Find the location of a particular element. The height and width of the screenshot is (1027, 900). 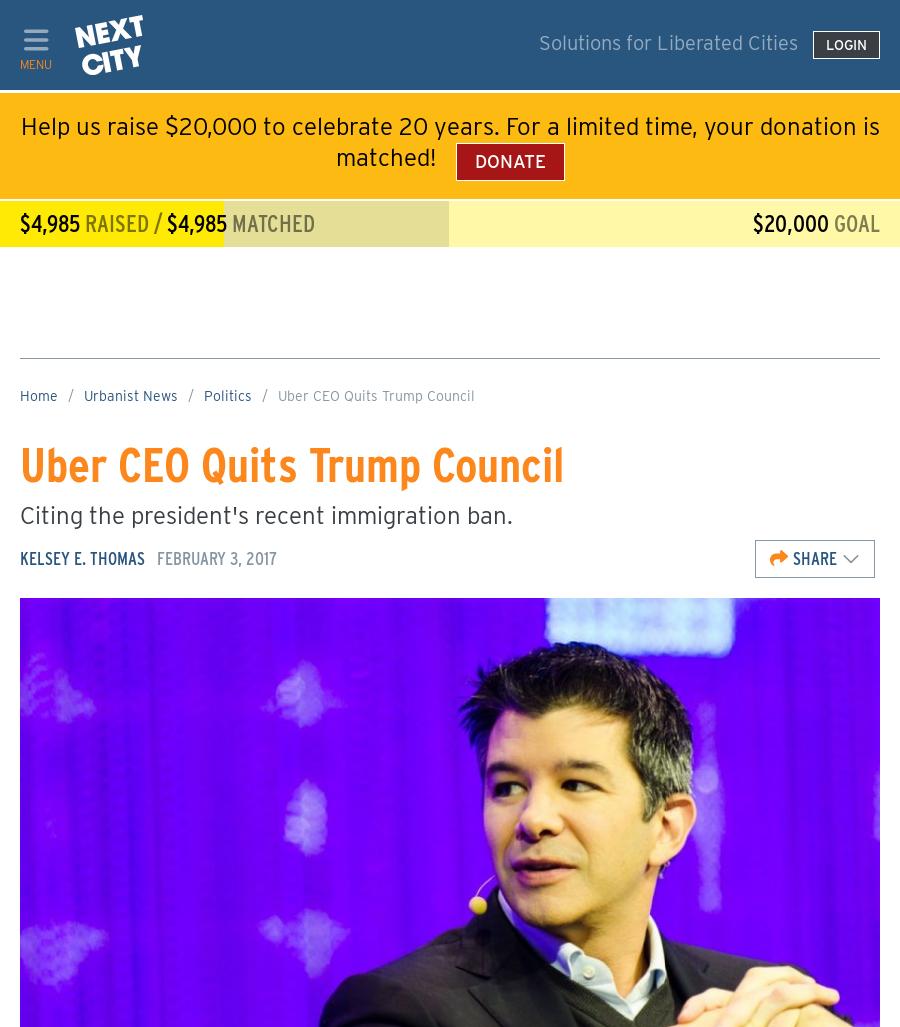

'$20,000' is located at coordinates (793, 222).